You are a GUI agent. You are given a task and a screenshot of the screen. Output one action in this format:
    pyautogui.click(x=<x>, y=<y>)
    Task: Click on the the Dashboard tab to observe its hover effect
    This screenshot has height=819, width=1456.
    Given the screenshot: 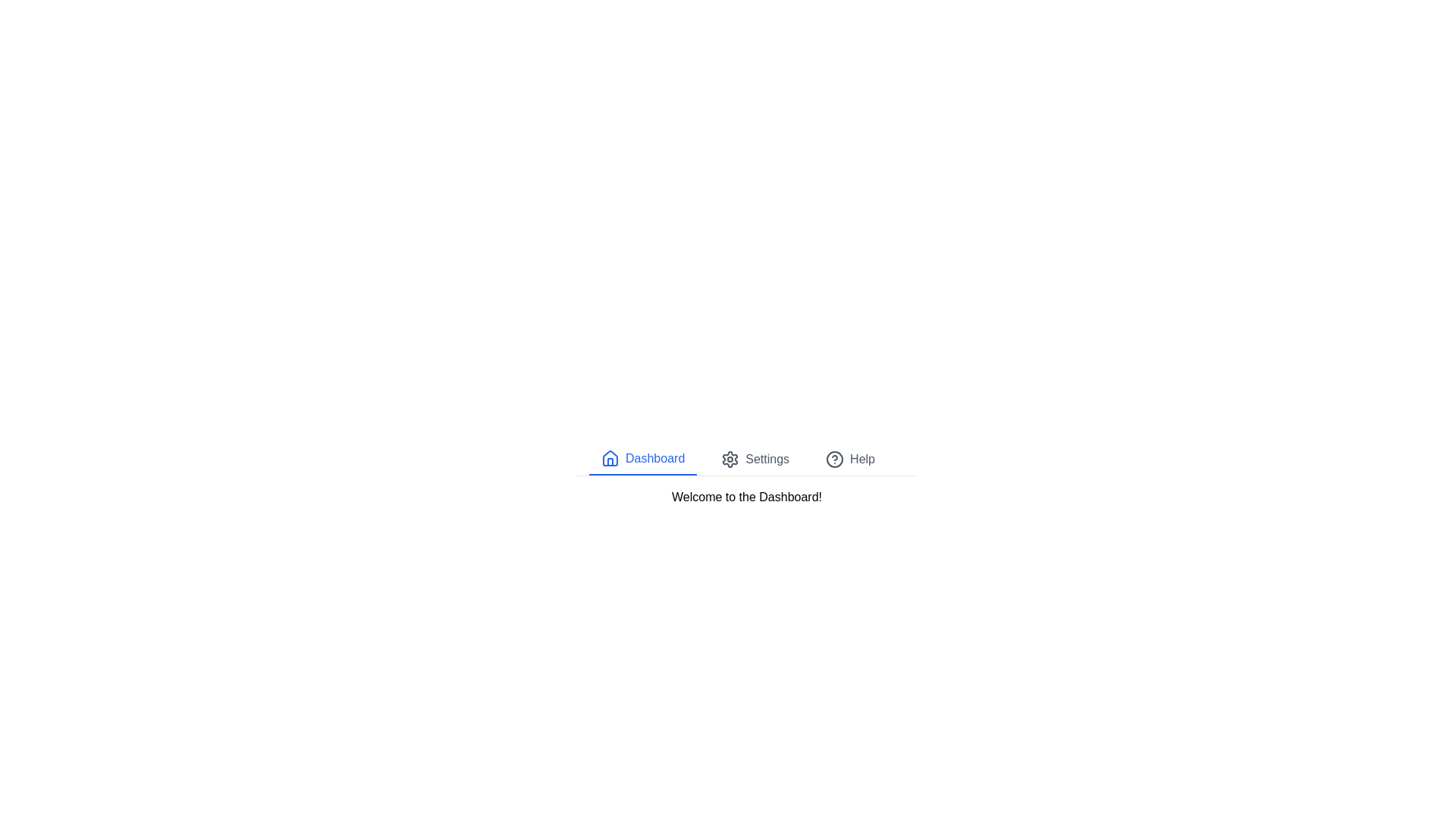 What is the action you would take?
    pyautogui.click(x=643, y=458)
    